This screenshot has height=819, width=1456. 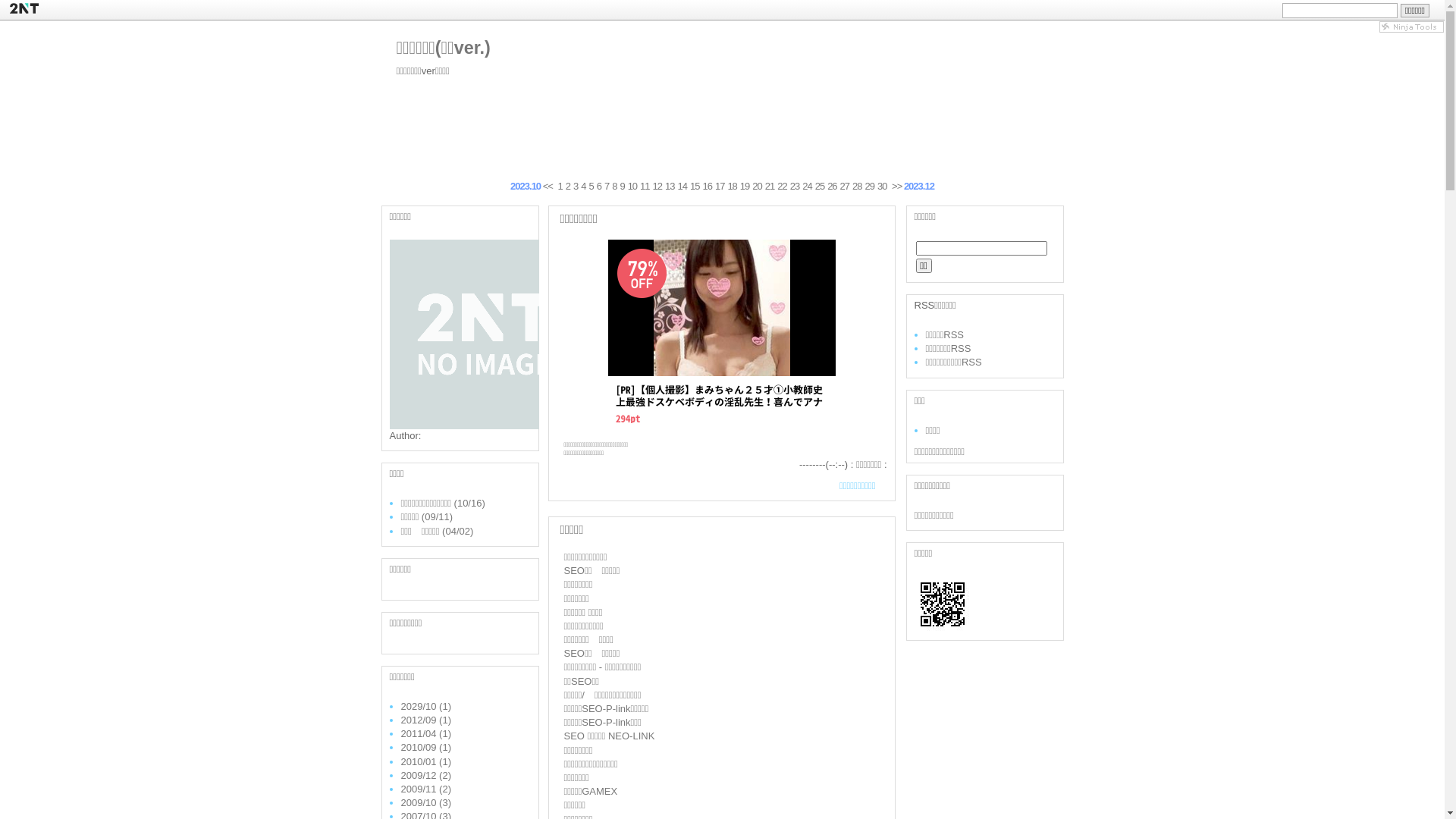 I want to click on '2029/10 (1)', so click(x=400, y=706).